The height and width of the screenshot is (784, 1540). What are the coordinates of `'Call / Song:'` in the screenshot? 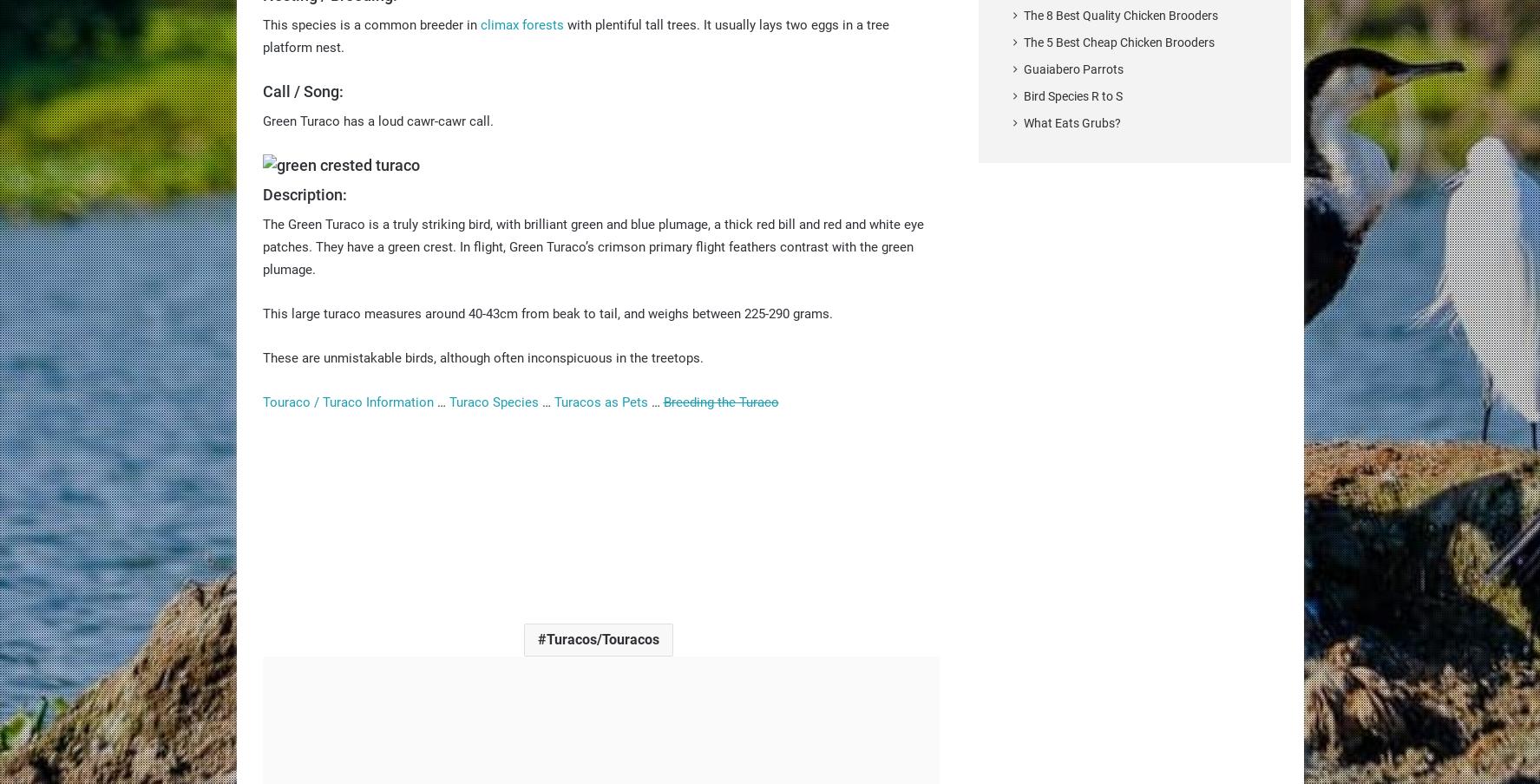 It's located at (301, 90).